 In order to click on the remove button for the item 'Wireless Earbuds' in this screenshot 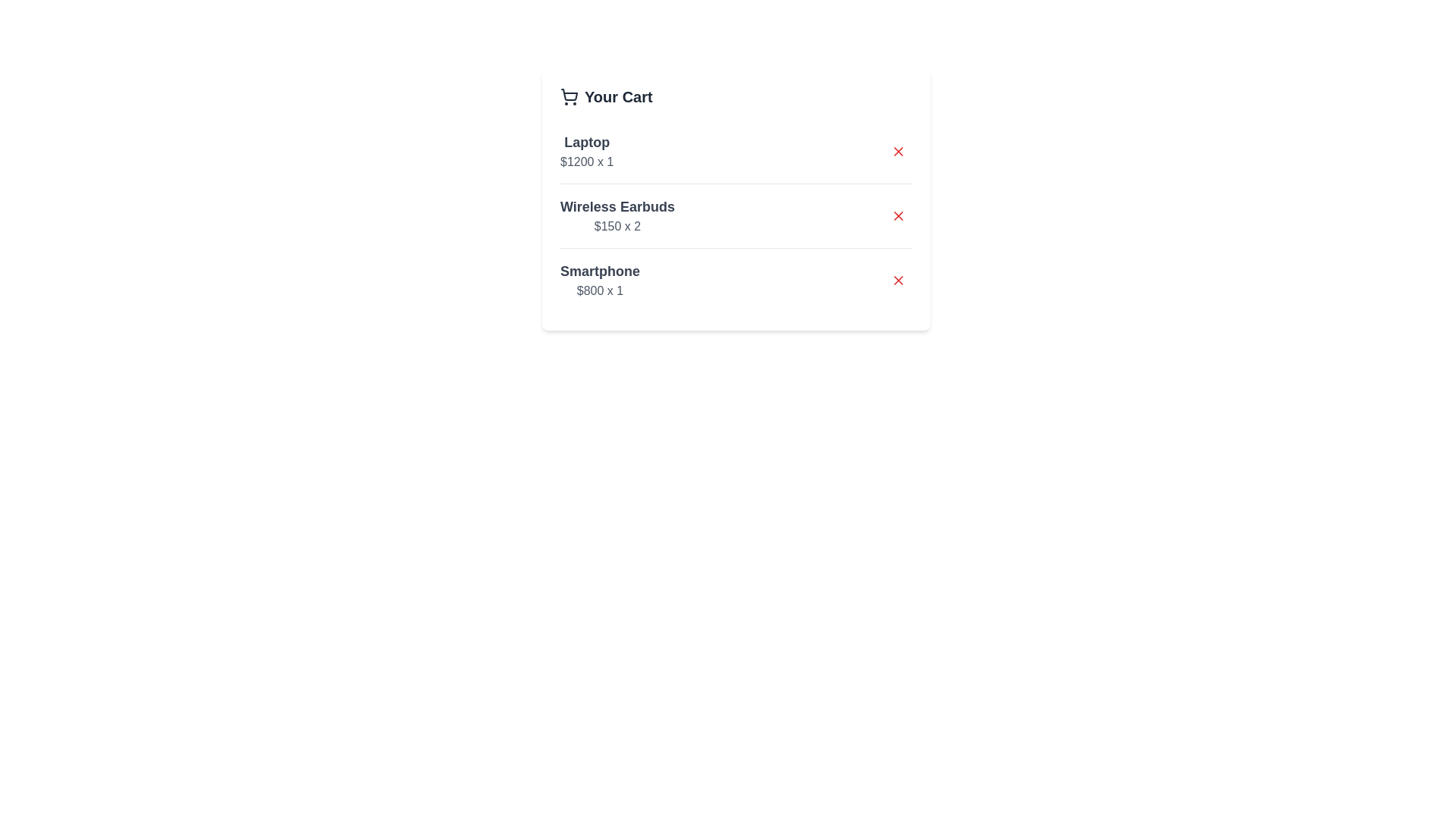, I will do `click(899, 216)`.